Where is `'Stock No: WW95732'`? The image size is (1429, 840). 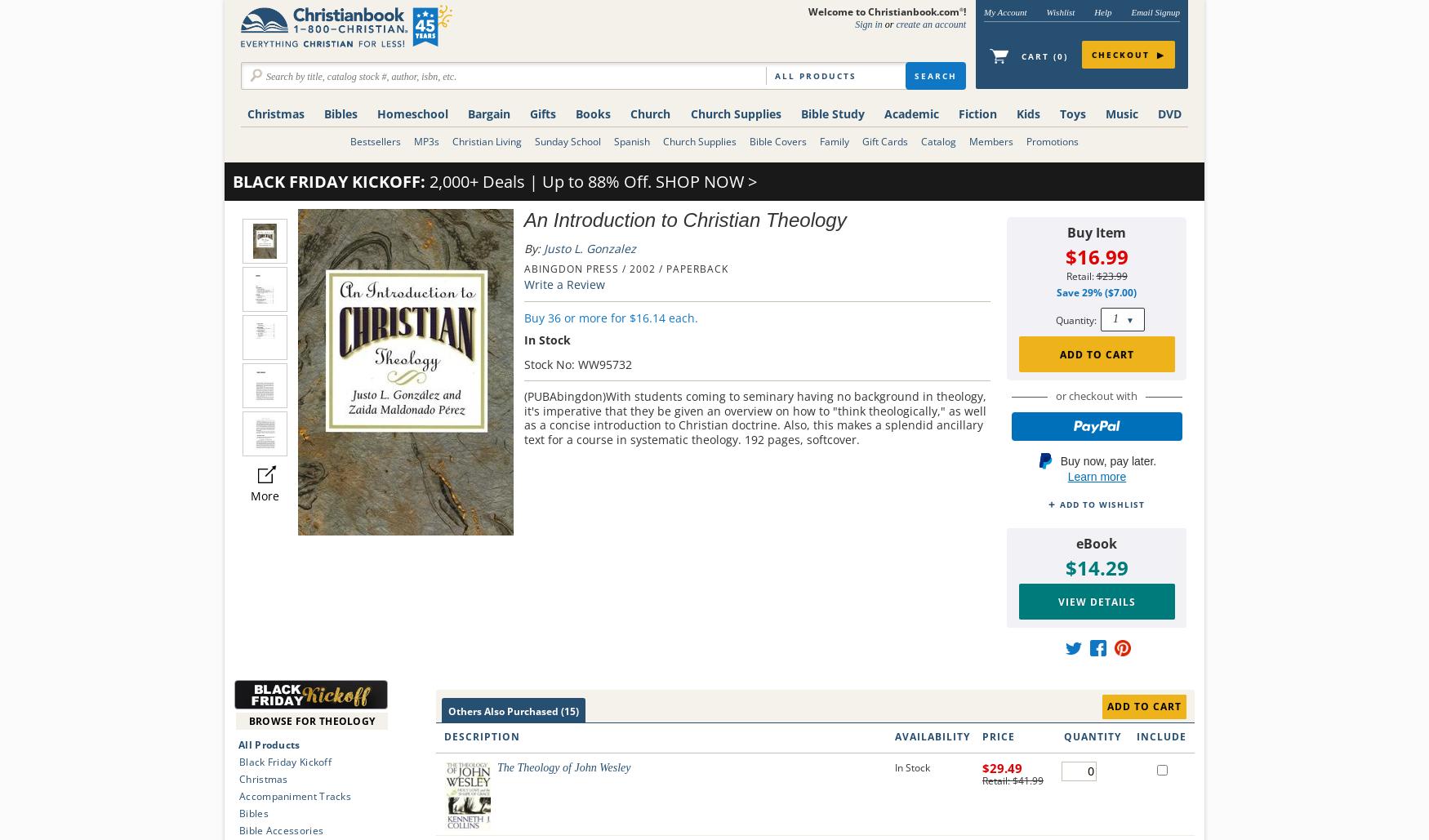
'Stock No: WW95732' is located at coordinates (577, 363).